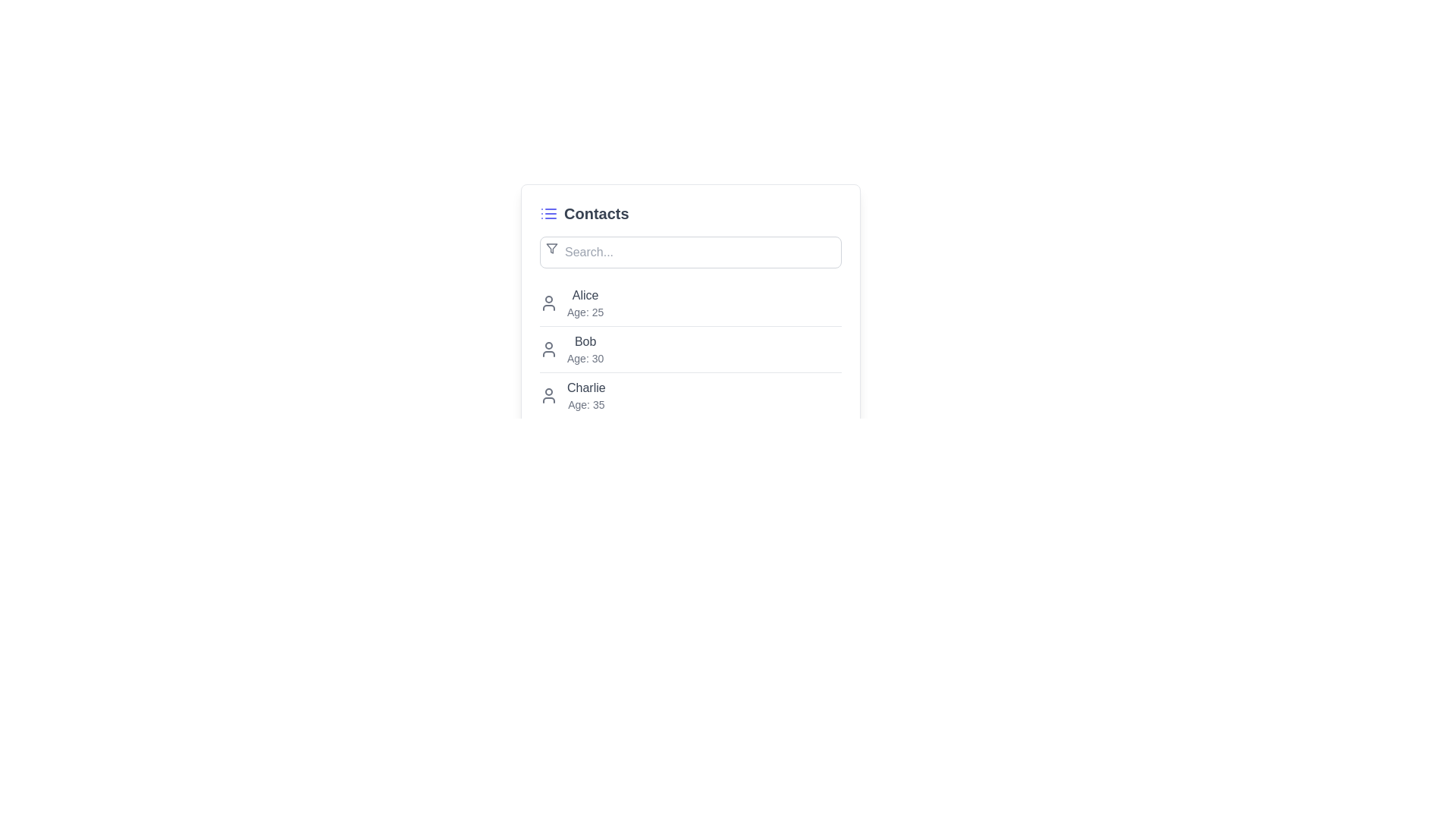 The image size is (1456, 819). What do you see at coordinates (585, 350) in the screenshot?
I see `the Text display component showing 'Bob' and 'Age: 30'` at bounding box center [585, 350].